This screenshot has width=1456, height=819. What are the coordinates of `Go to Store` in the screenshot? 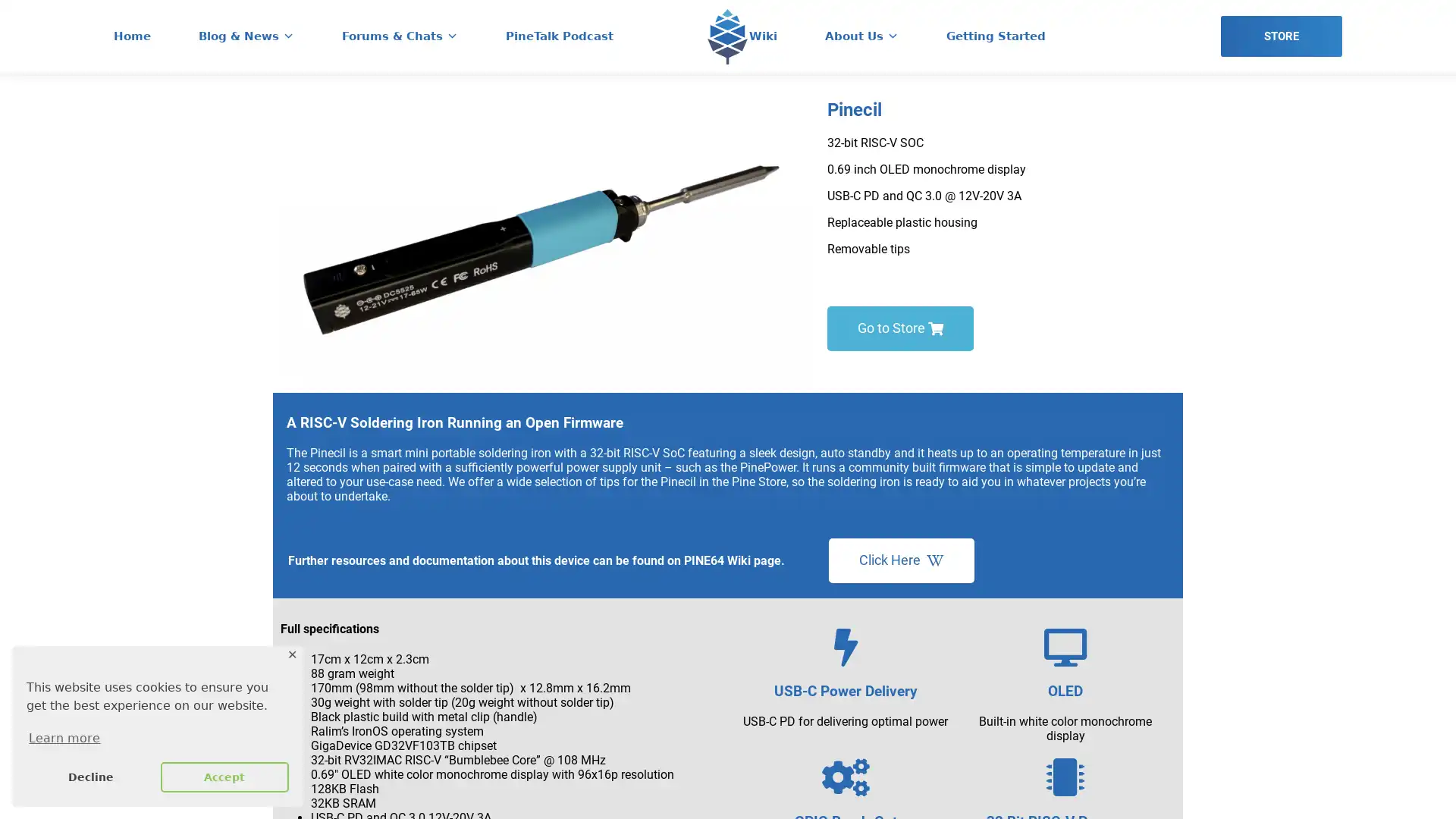 It's located at (900, 327).